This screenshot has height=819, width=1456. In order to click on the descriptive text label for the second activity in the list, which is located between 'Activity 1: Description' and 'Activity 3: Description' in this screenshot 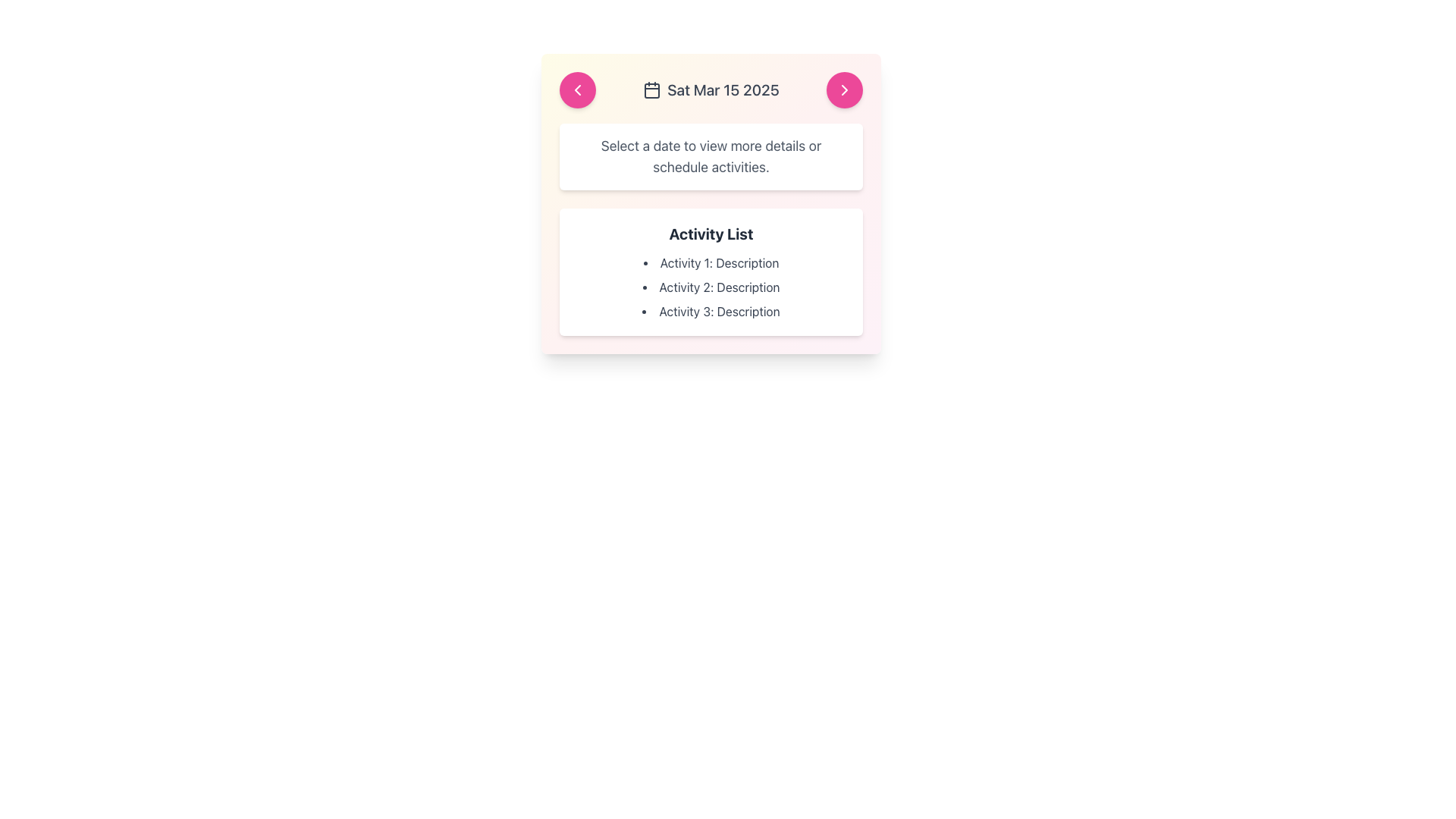, I will do `click(710, 287)`.